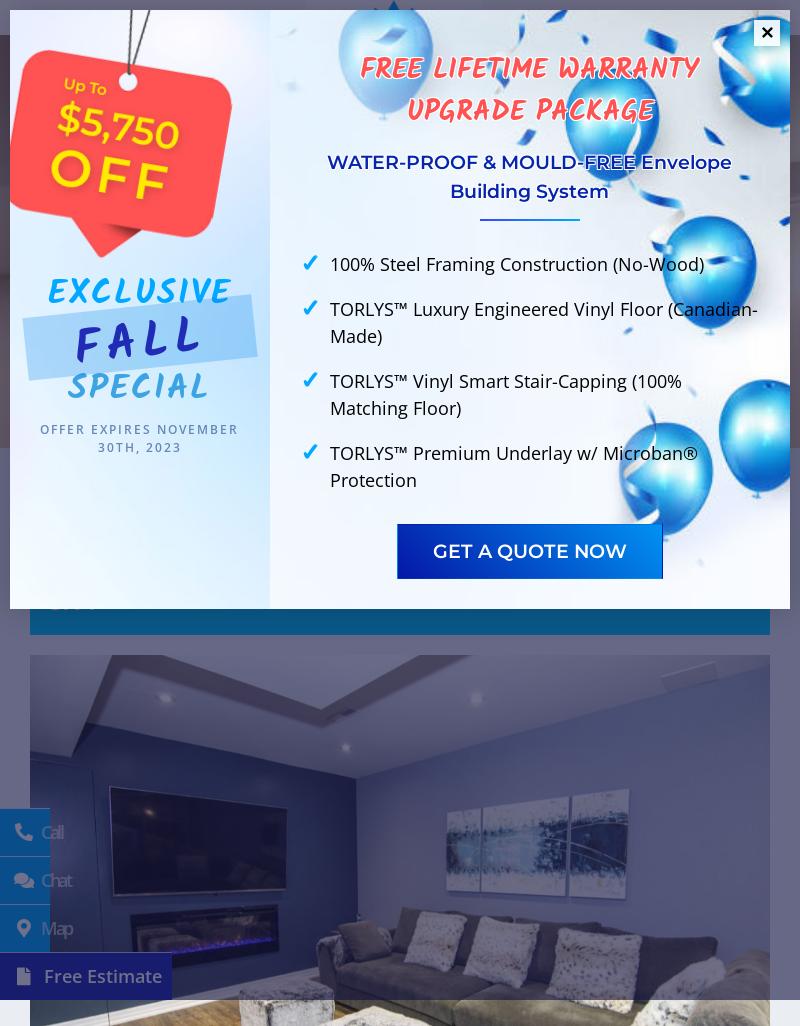 This screenshot has height=1026, width=800. Describe the element at coordinates (391, 183) in the screenshot. I see `'Basement Renovations King City'` at that location.